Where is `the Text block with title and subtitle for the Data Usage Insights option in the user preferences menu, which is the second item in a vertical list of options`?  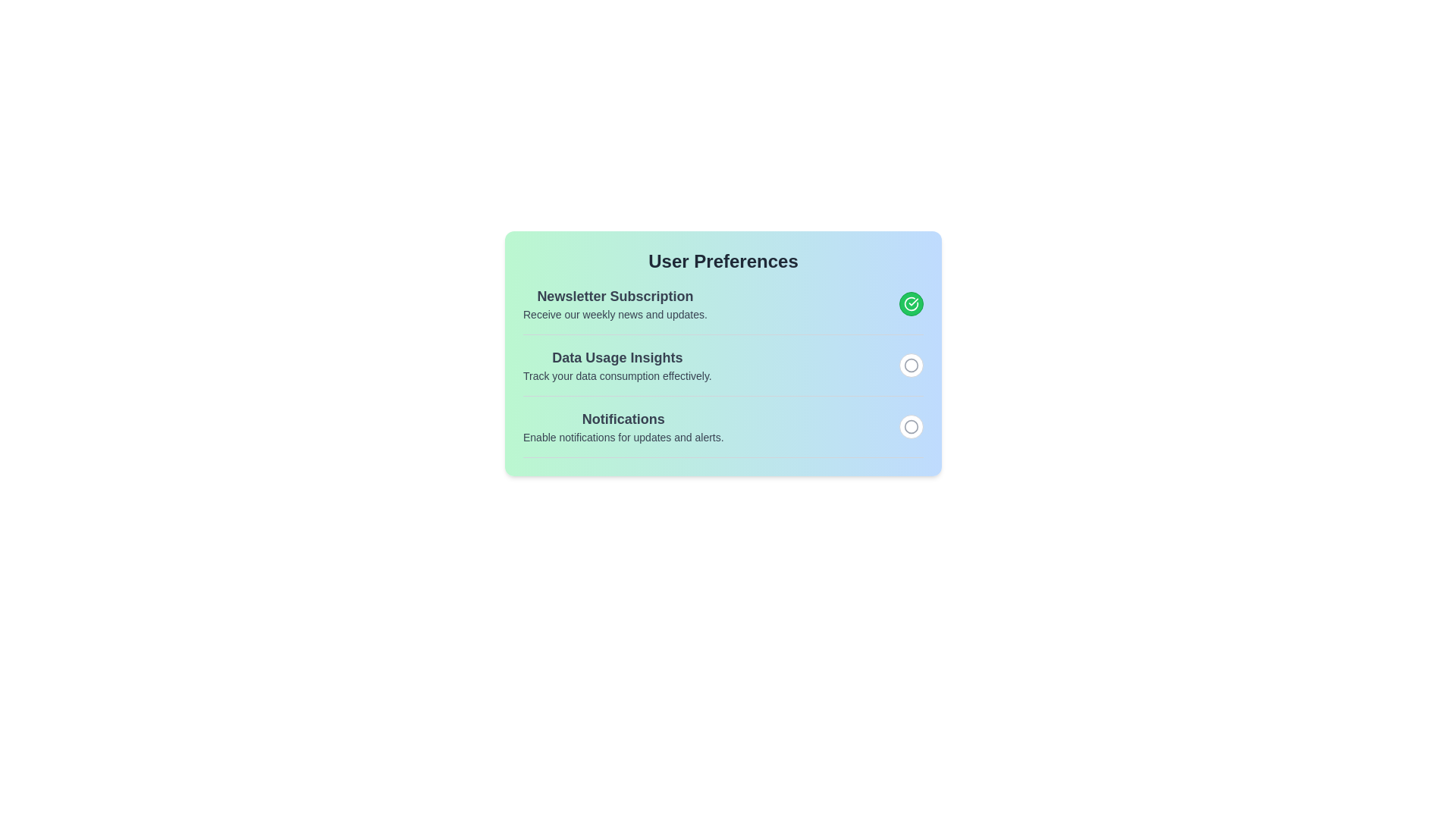
the Text block with title and subtitle for the Data Usage Insights option in the user preferences menu, which is the second item in a vertical list of options is located at coordinates (617, 366).